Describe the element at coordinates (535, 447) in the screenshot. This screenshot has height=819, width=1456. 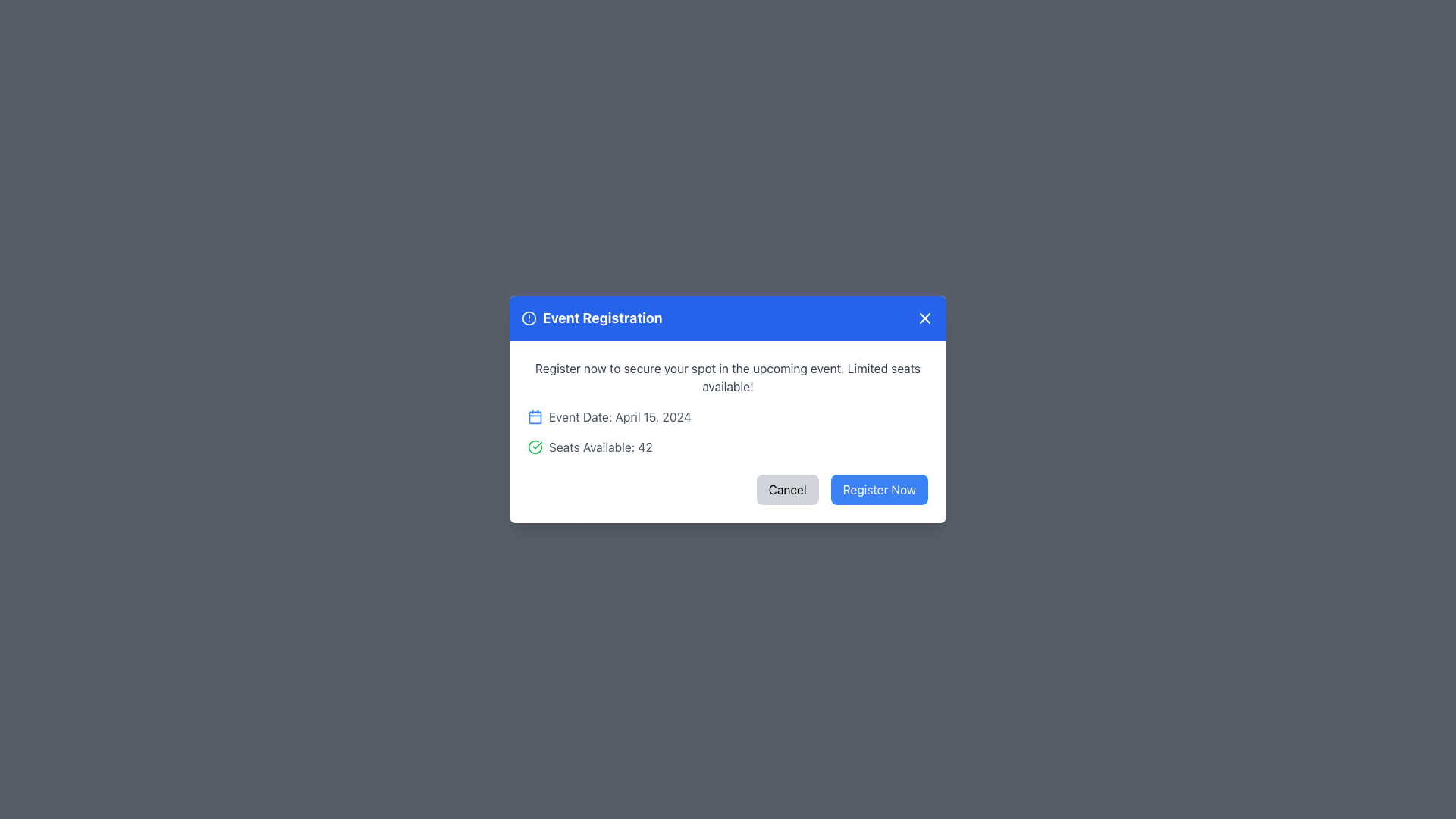
I see `the circular green icon with a white checkmark, which is positioned immediately to the left of the text 'Seats Available: 42'` at that location.